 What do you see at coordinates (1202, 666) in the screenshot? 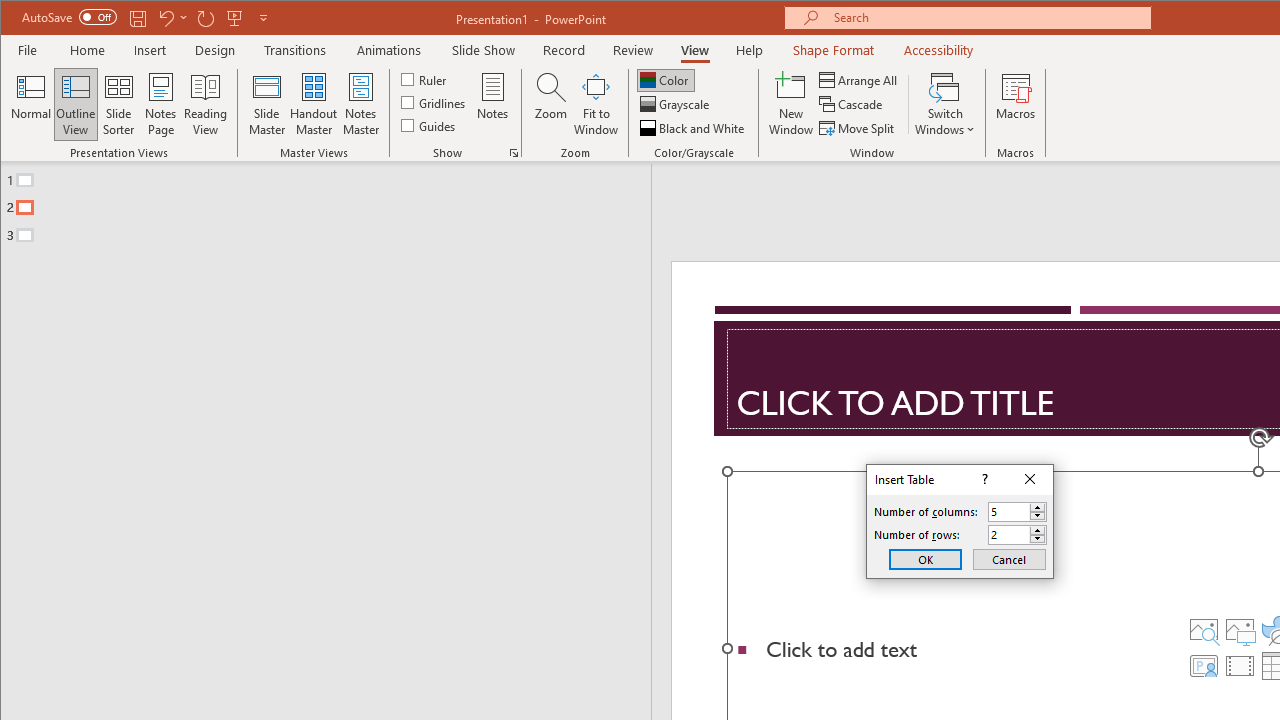
I see `'Insert Cameo'` at bounding box center [1202, 666].